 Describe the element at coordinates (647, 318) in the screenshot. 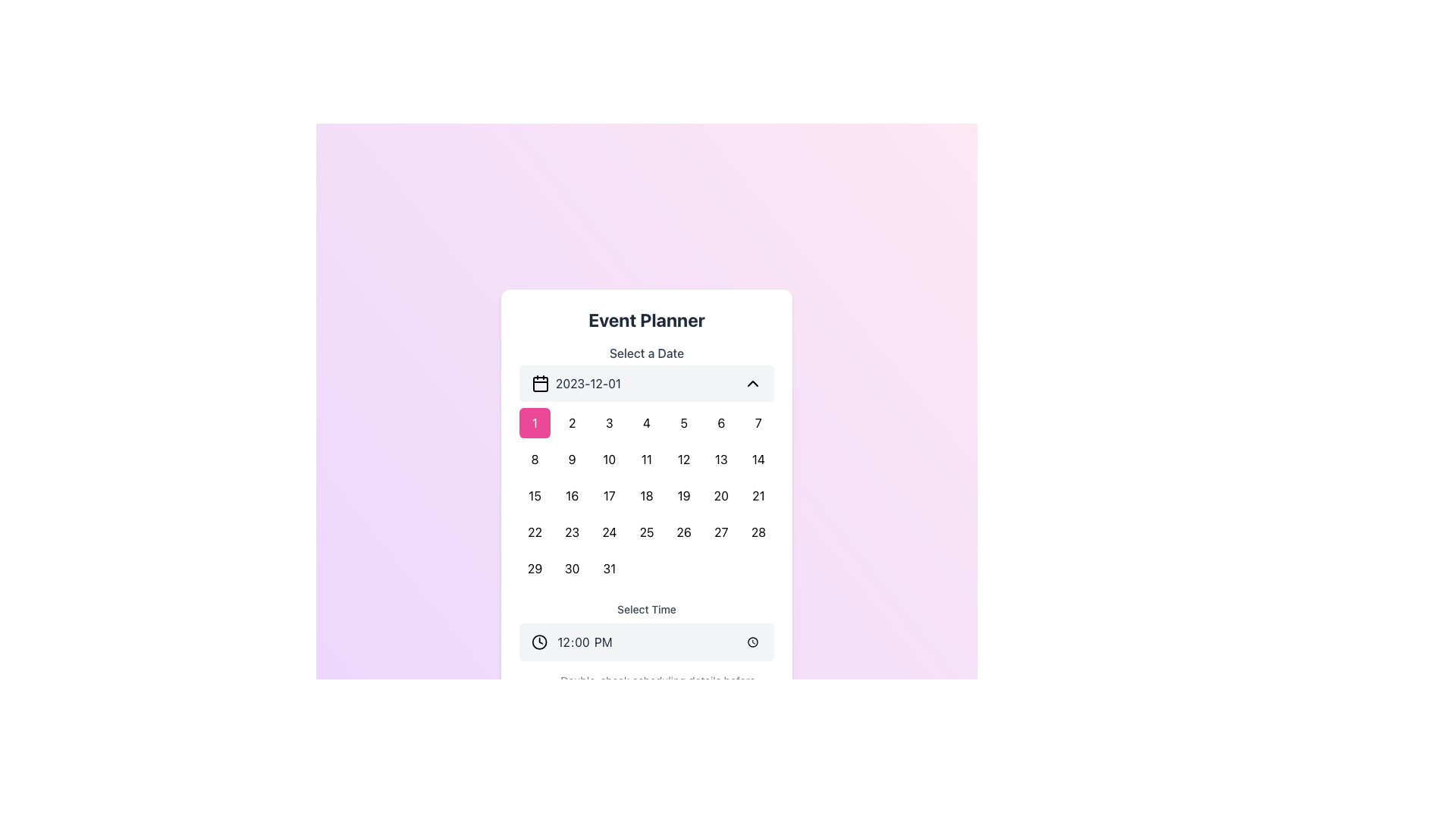

I see `the textual header that reads 'Event Planner', which is bold, large, and centered at the top of a rounded box with a shadowed effect on a gradient purple background` at that location.